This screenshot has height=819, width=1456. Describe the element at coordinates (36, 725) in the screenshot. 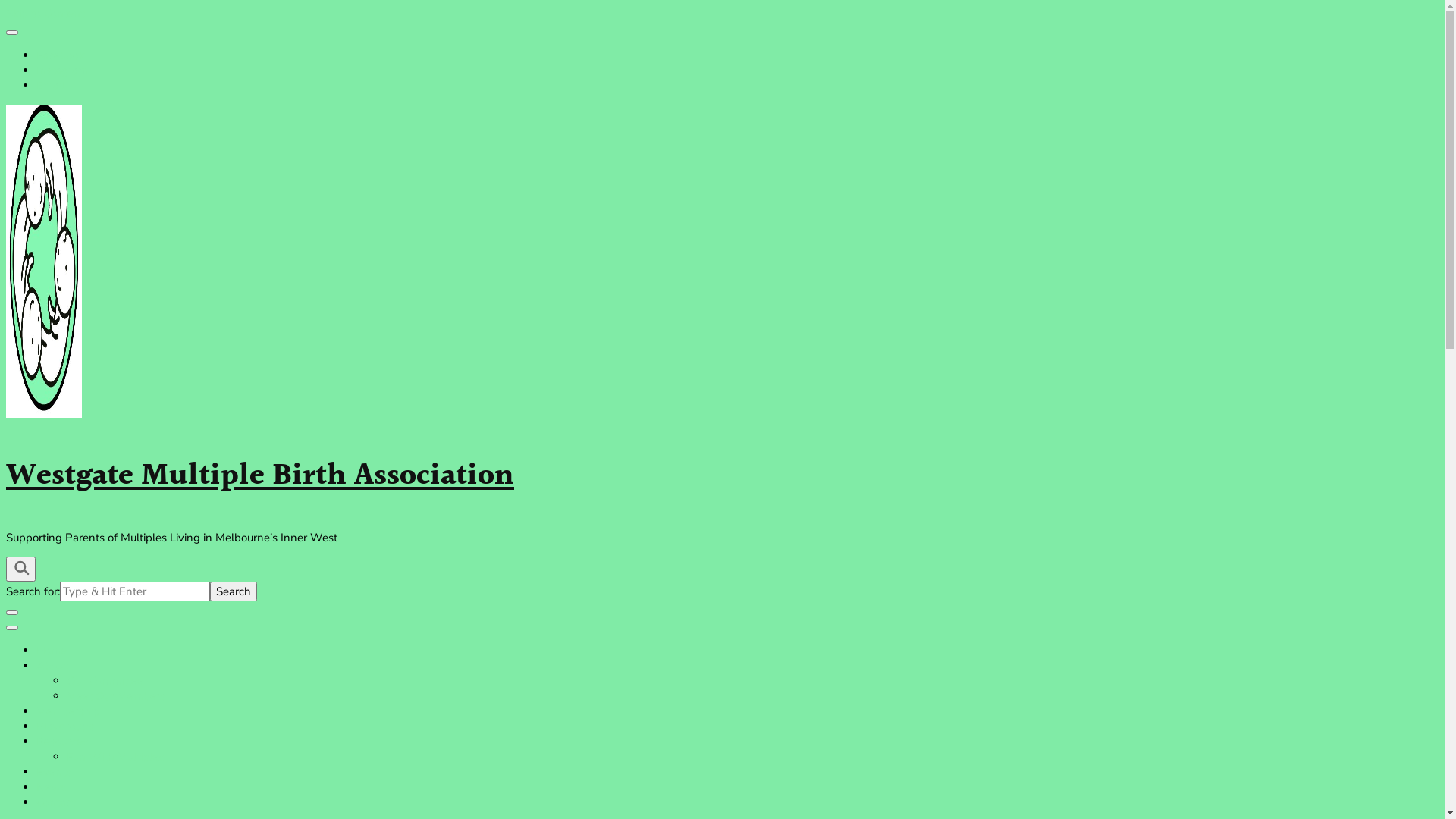

I see `'Playgroups'` at that location.